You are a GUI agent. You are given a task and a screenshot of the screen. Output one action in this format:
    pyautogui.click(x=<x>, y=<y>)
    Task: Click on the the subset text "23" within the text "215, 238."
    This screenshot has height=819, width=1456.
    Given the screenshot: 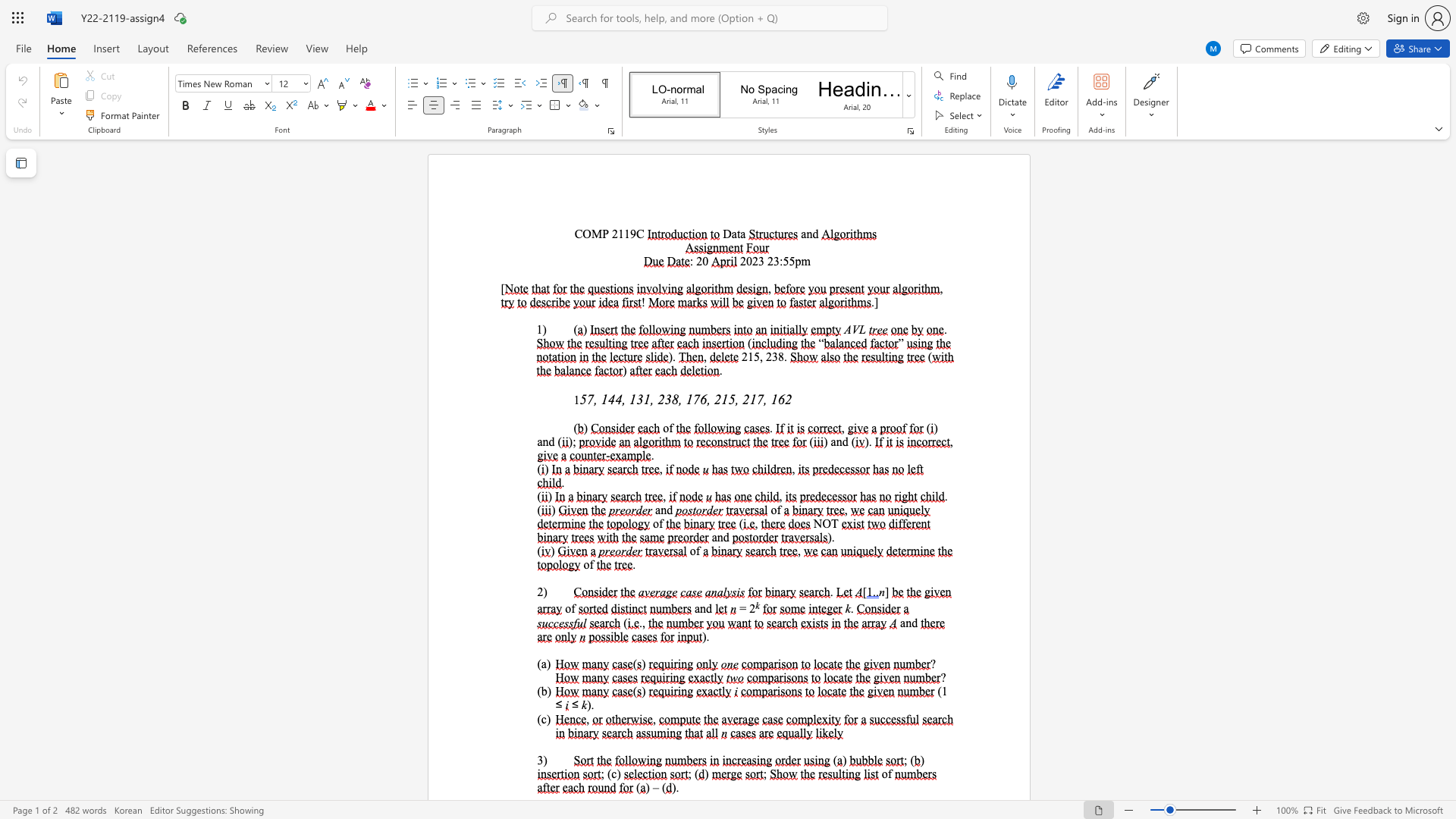 What is the action you would take?
    pyautogui.click(x=766, y=356)
    